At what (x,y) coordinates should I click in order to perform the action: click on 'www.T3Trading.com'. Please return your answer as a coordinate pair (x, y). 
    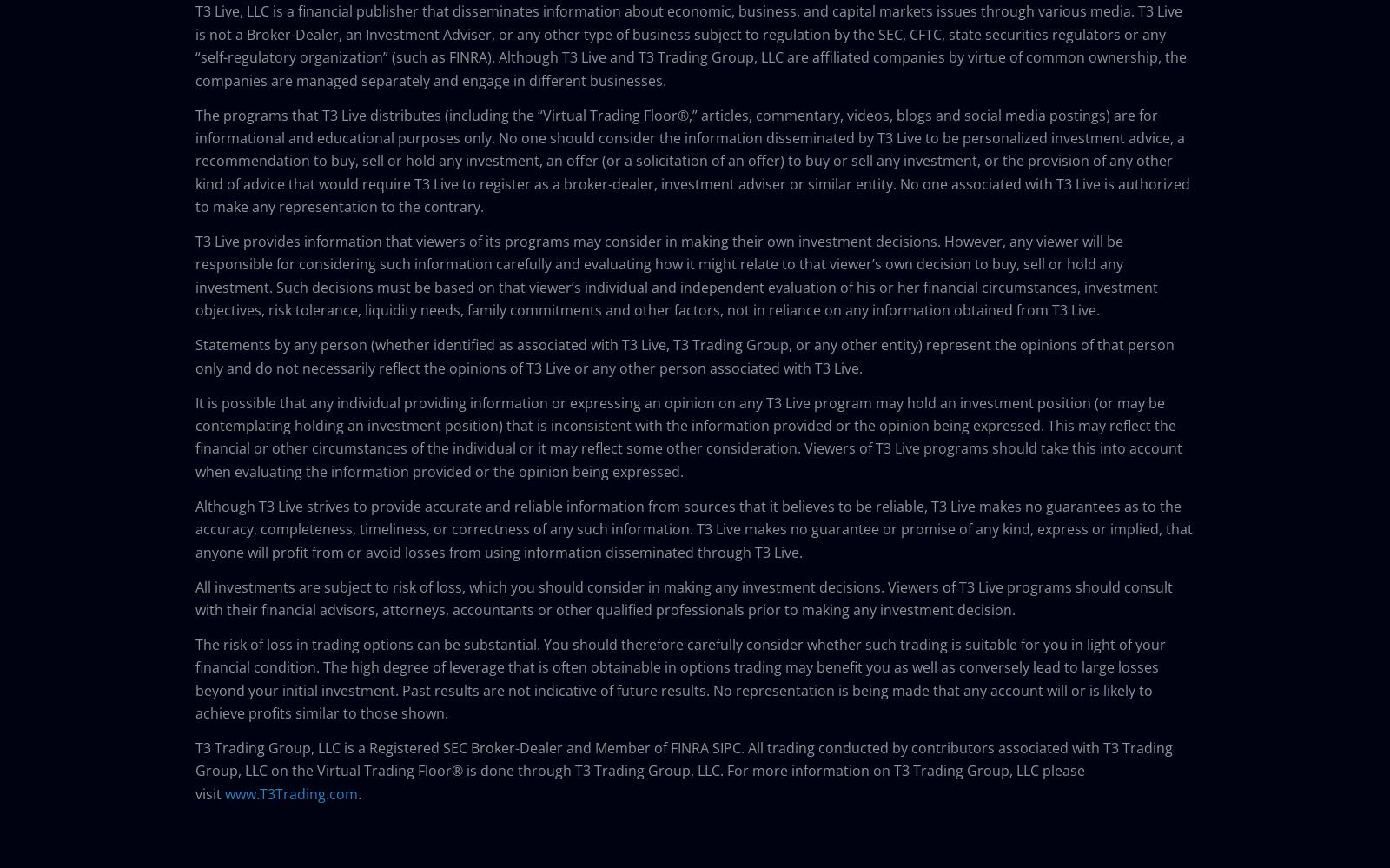
    Looking at the image, I should click on (291, 792).